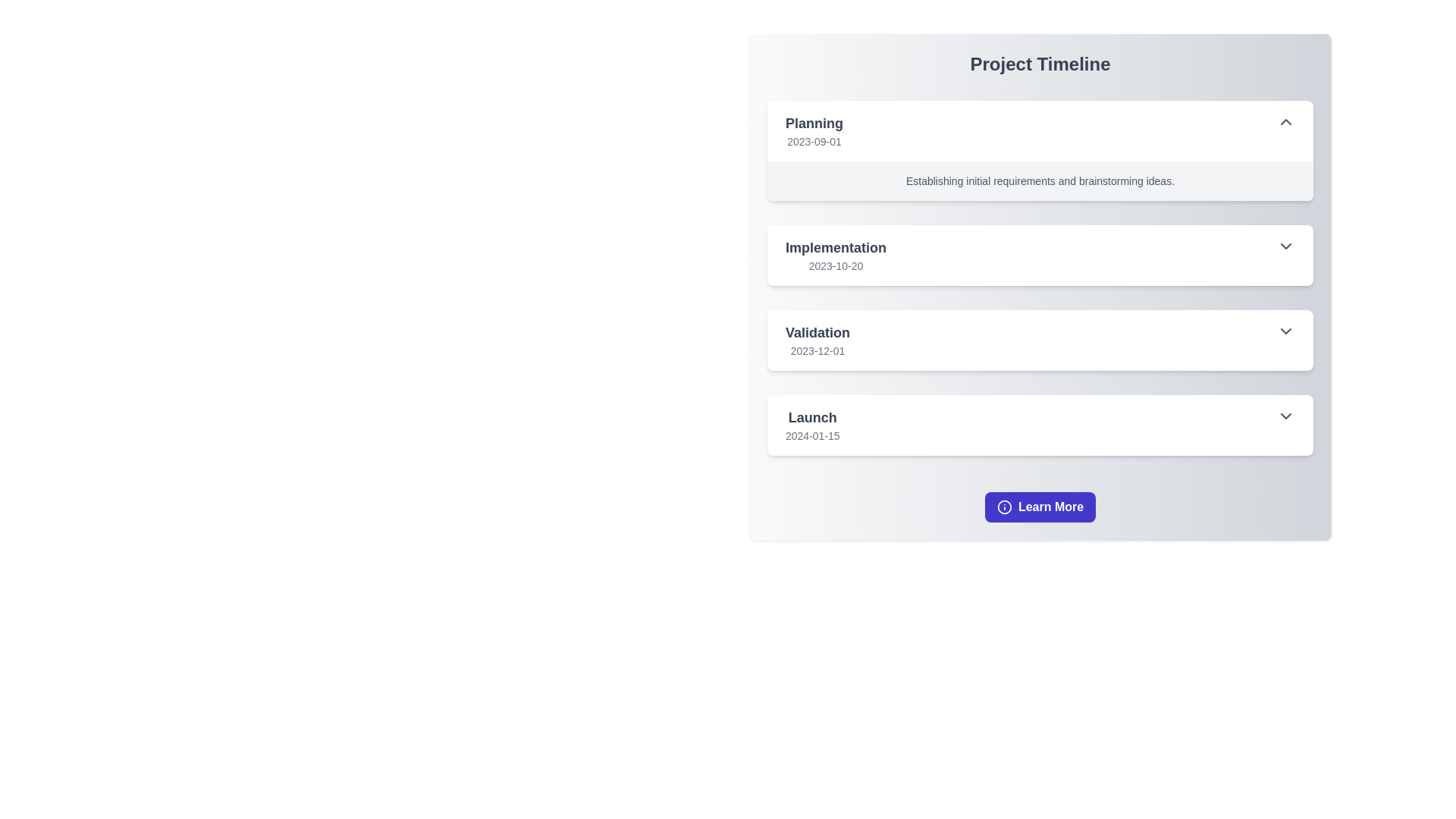  Describe the element at coordinates (817, 339) in the screenshot. I see `the static textual display that shows 'Validation' and '2023-12-01'` at that location.